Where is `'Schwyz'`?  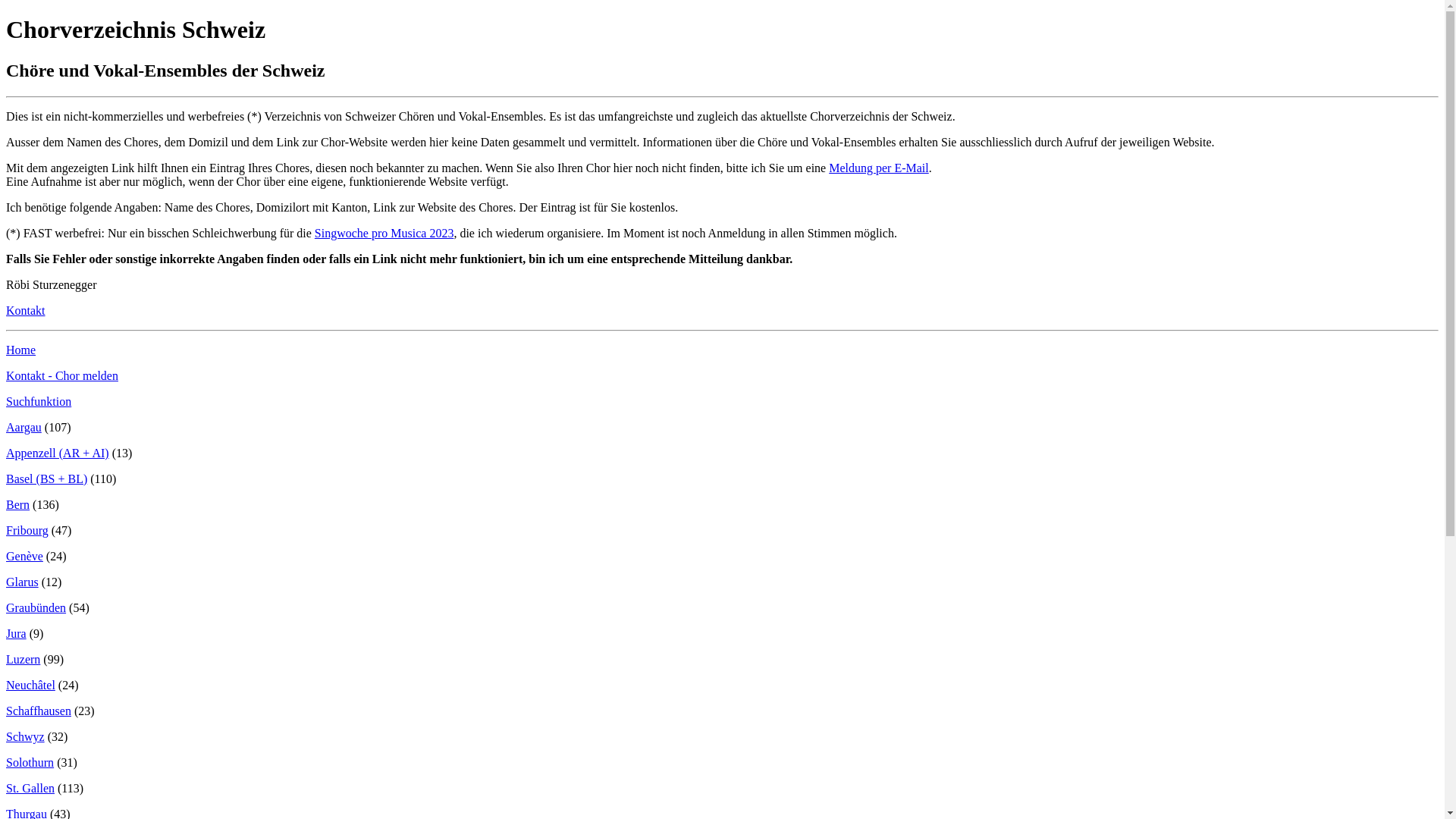
'Schwyz' is located at coordinates (6, 736).